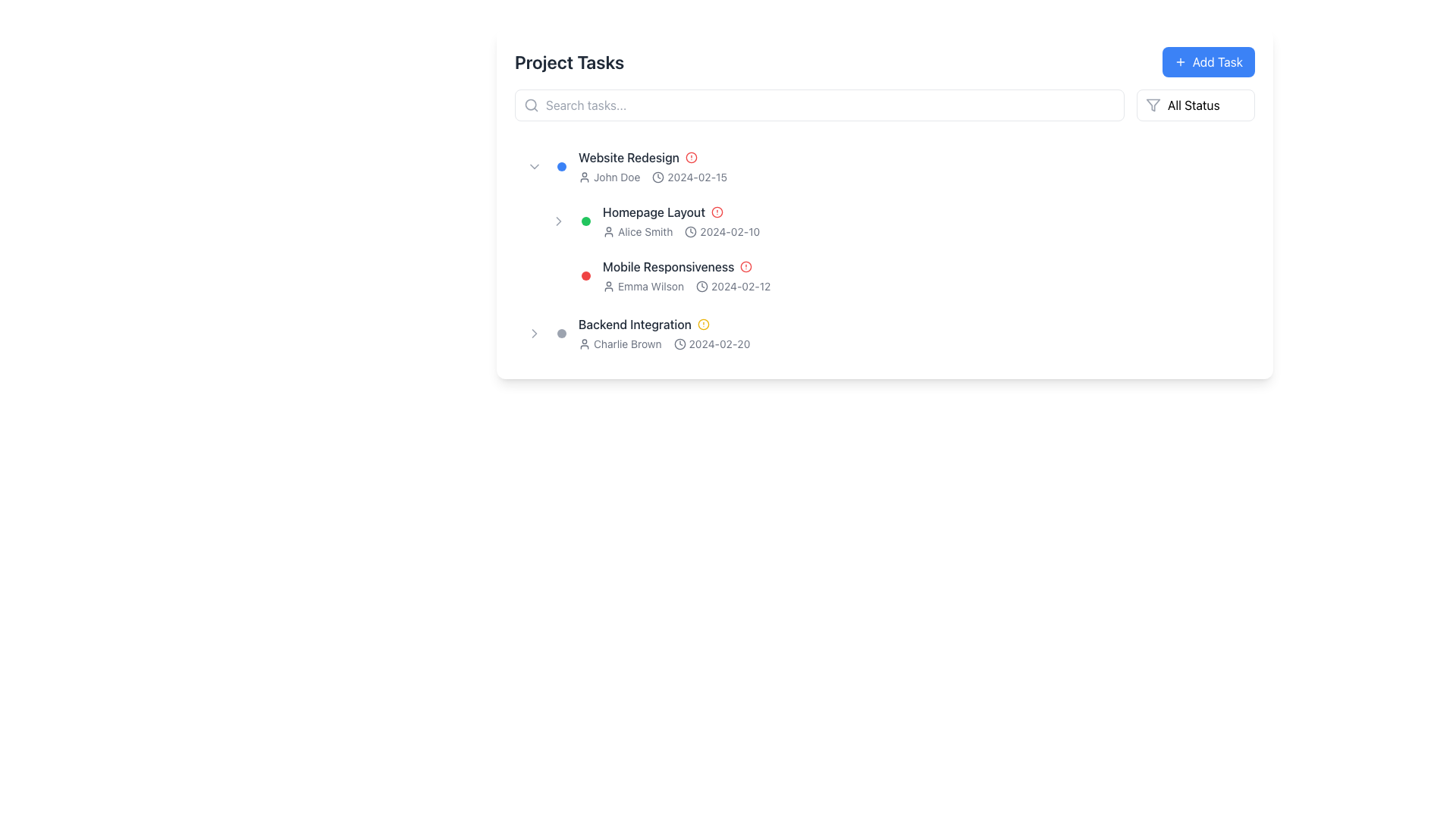 The width and height of the screenshot is (1456, 819). What do you see at coordinates (701, 287) in the screenshot?
I see `the main boundary circle of the clock icon, which is a Vector graphic circle element (SVG) positioned at the center of the clock icon adjacent to 'Backend Integration'` at bounding box center [701, 287].